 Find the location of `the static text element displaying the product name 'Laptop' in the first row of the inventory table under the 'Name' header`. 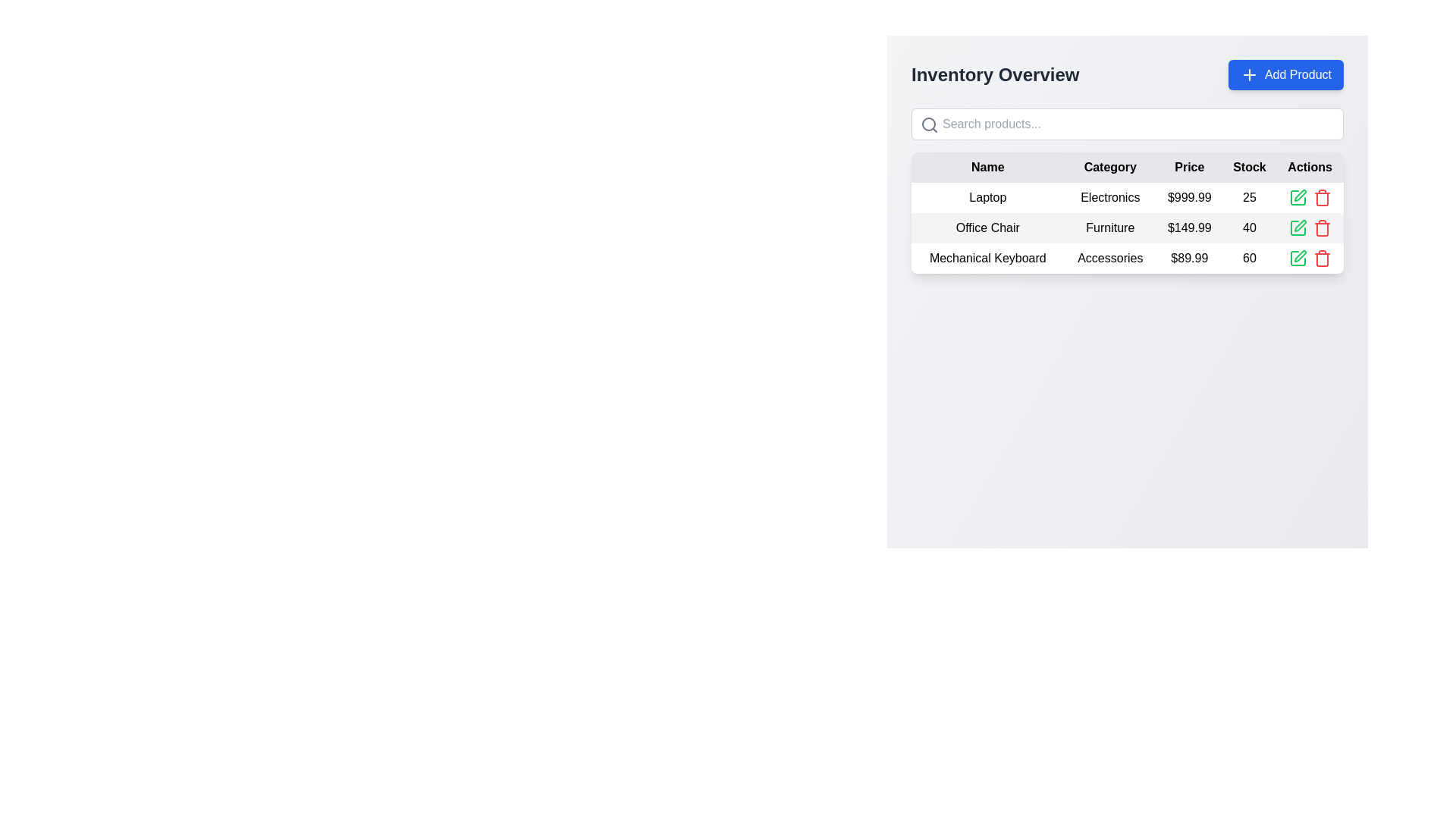

the static text element displaying the product name 'Laptop' in the first row of the inventory table under the 'Name' header is located at coordinates (987, 197).